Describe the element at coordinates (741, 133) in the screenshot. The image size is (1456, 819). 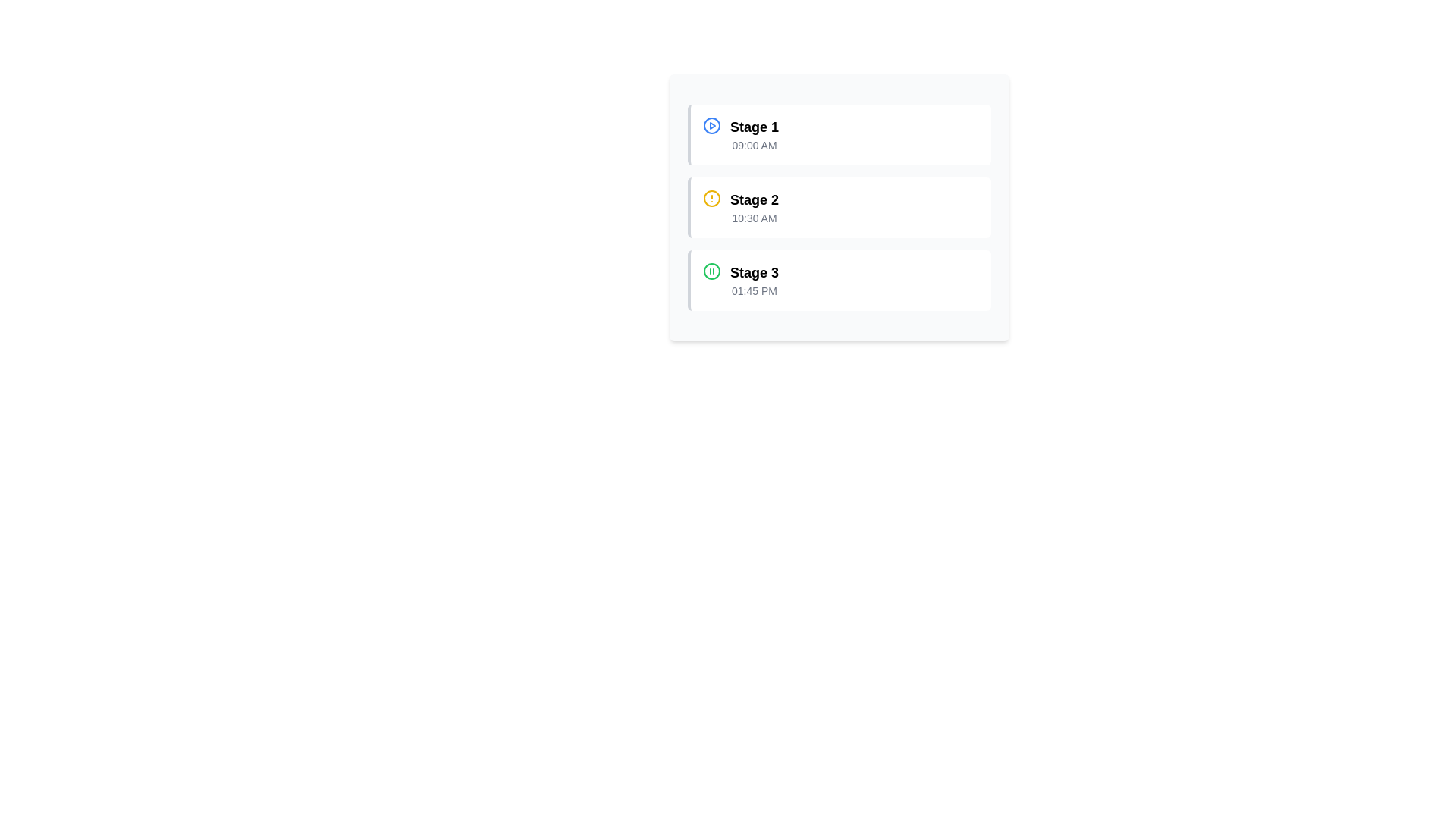
I see `the blue circular play icon in the labeled item 'Stage 1'` at that location.